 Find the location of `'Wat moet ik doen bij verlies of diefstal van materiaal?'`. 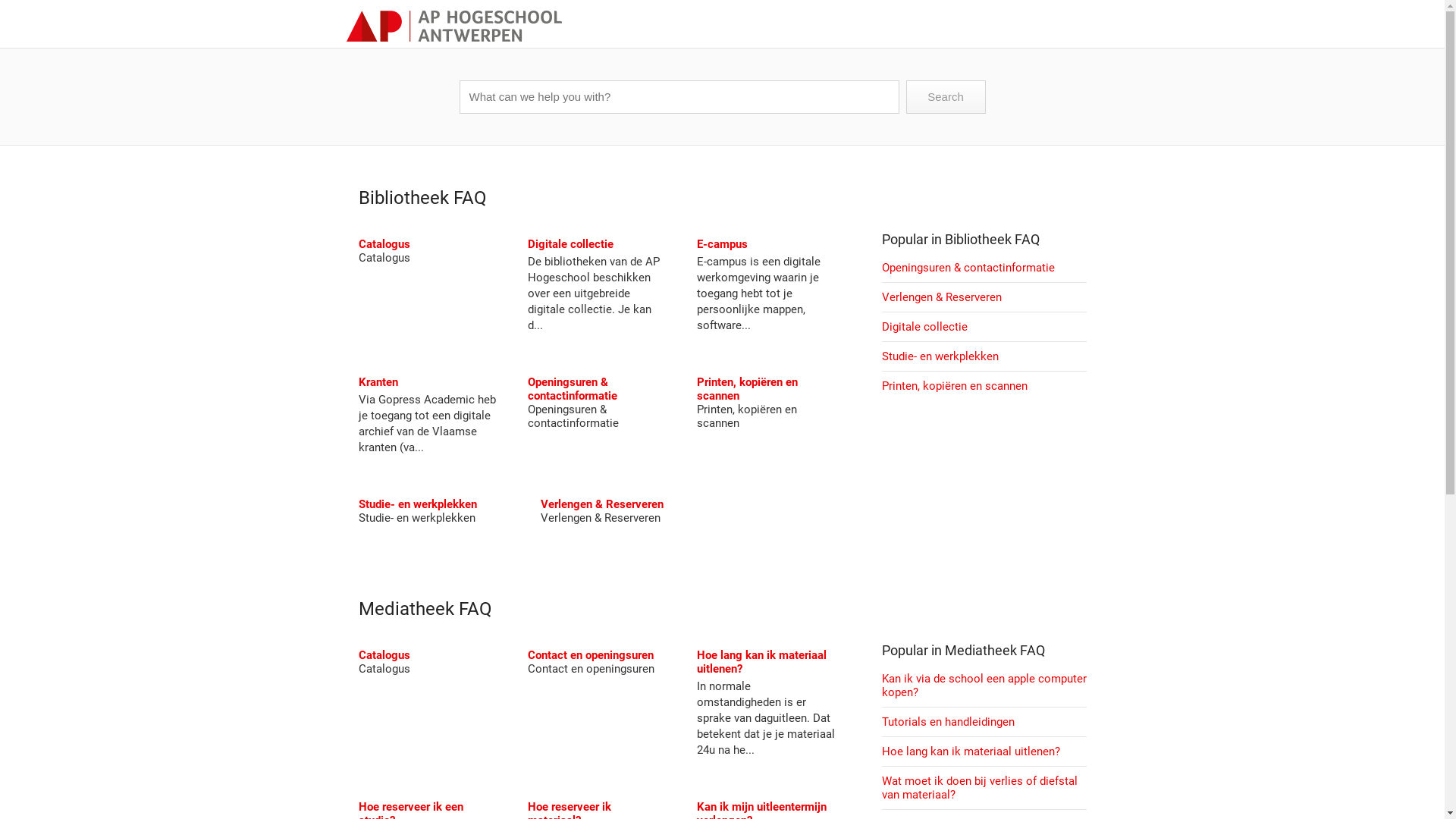

'Wat moet ik doen bij verlies of diefstal van materiaal?' is located at coordinates (979, 786).